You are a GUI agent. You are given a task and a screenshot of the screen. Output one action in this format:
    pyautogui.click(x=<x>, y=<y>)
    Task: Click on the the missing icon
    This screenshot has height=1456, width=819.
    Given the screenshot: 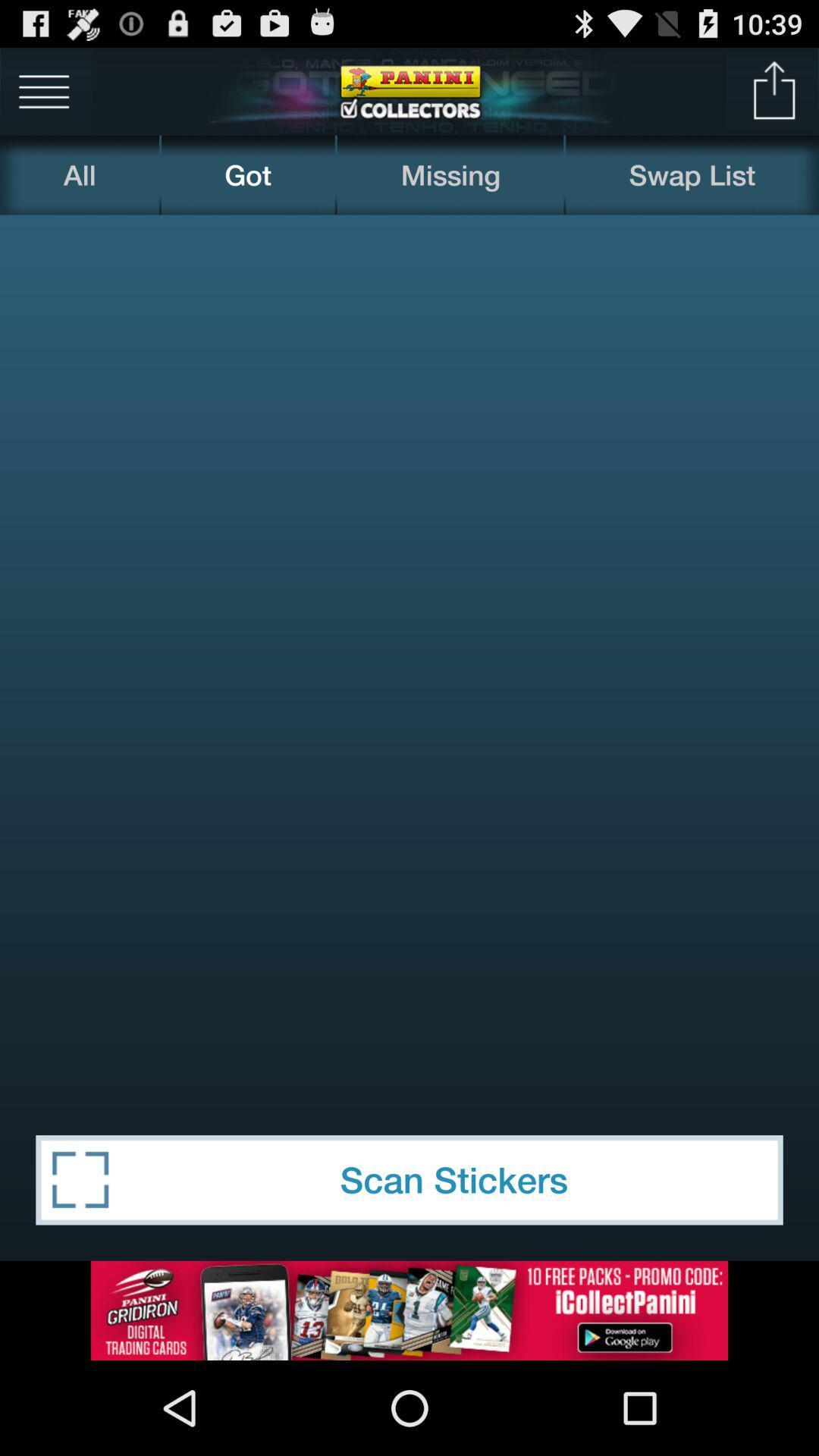 What is the action you would take?
    pyautogui.click(x=450, y=174)
    